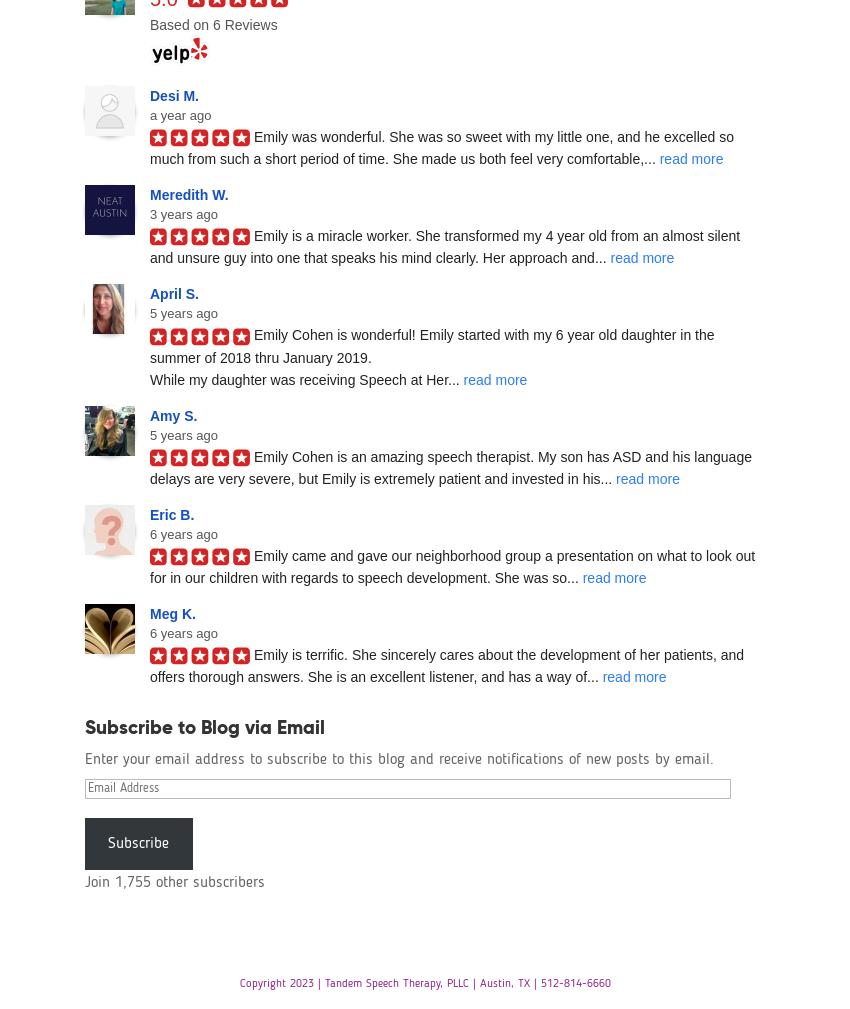 The width and height of the screenshot is (850, 1009). I want to click on 'Subscribe', so click(138, 843).